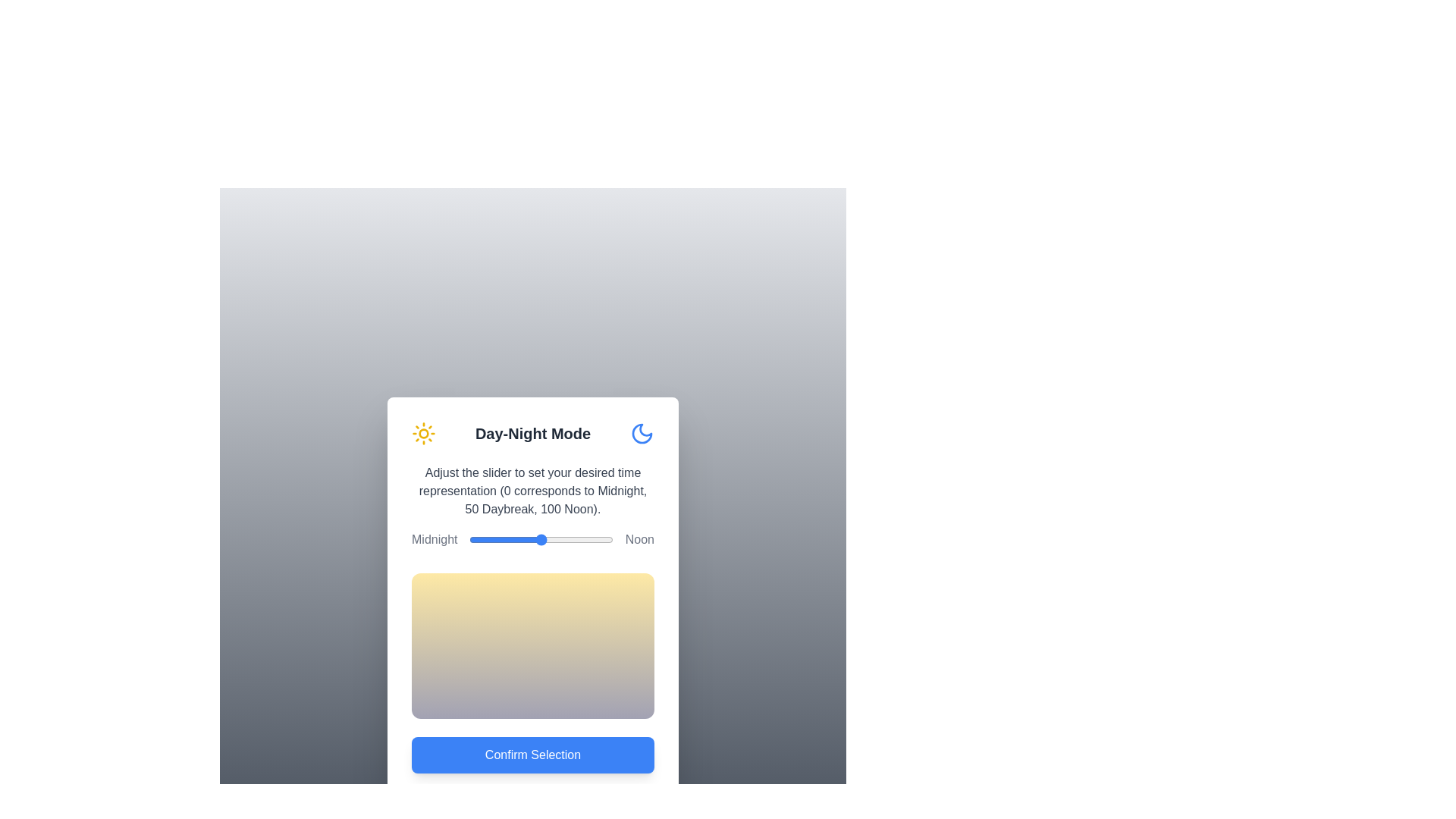  Describe the element at coordinates (609, 539) in the screenshot. I see `the slider to set the time representation to 97` at that location.